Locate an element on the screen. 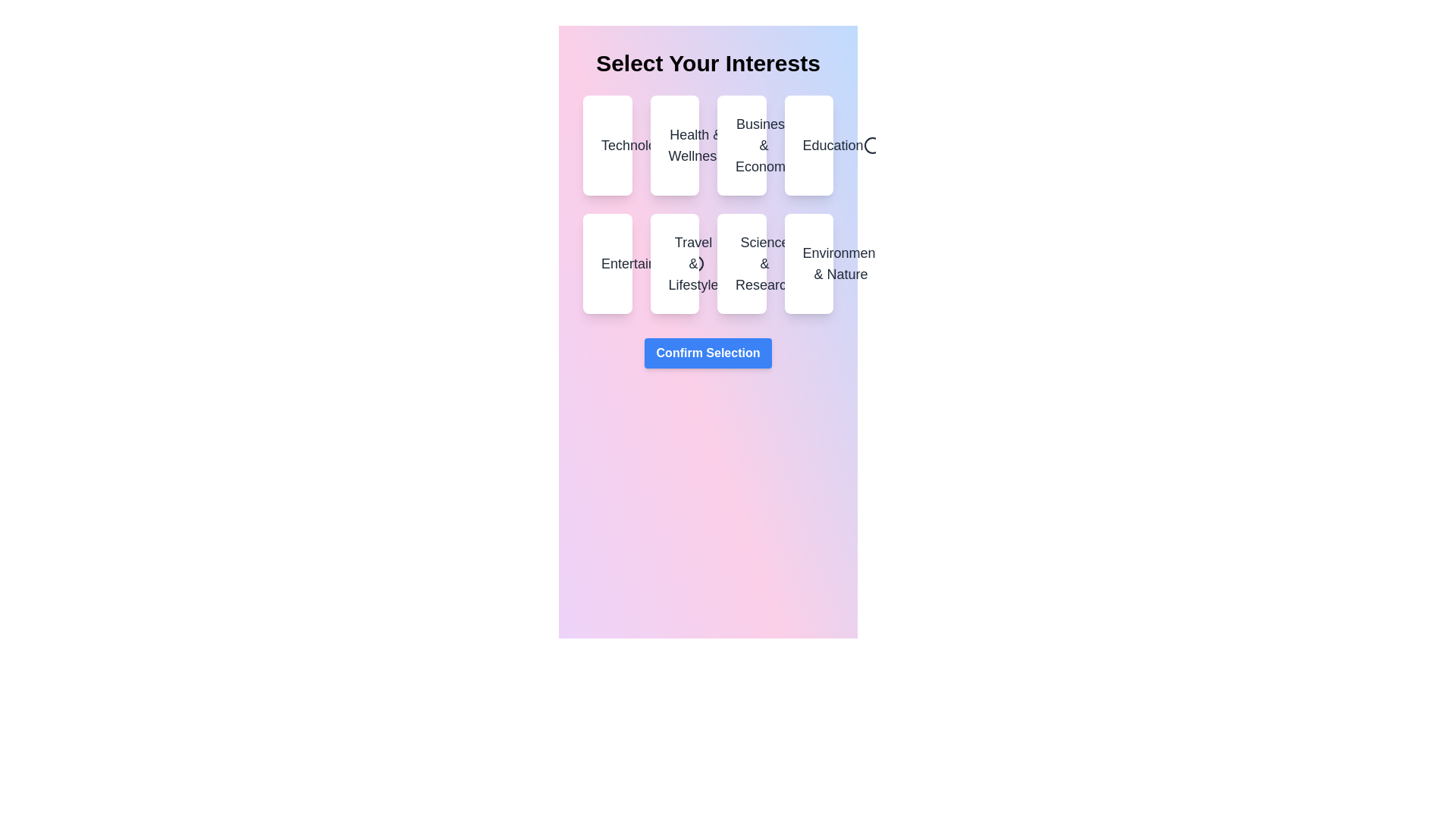 The image size is (1456, 819). the category Health & Wellness by clicking on it is located at coordinates (673, 146).